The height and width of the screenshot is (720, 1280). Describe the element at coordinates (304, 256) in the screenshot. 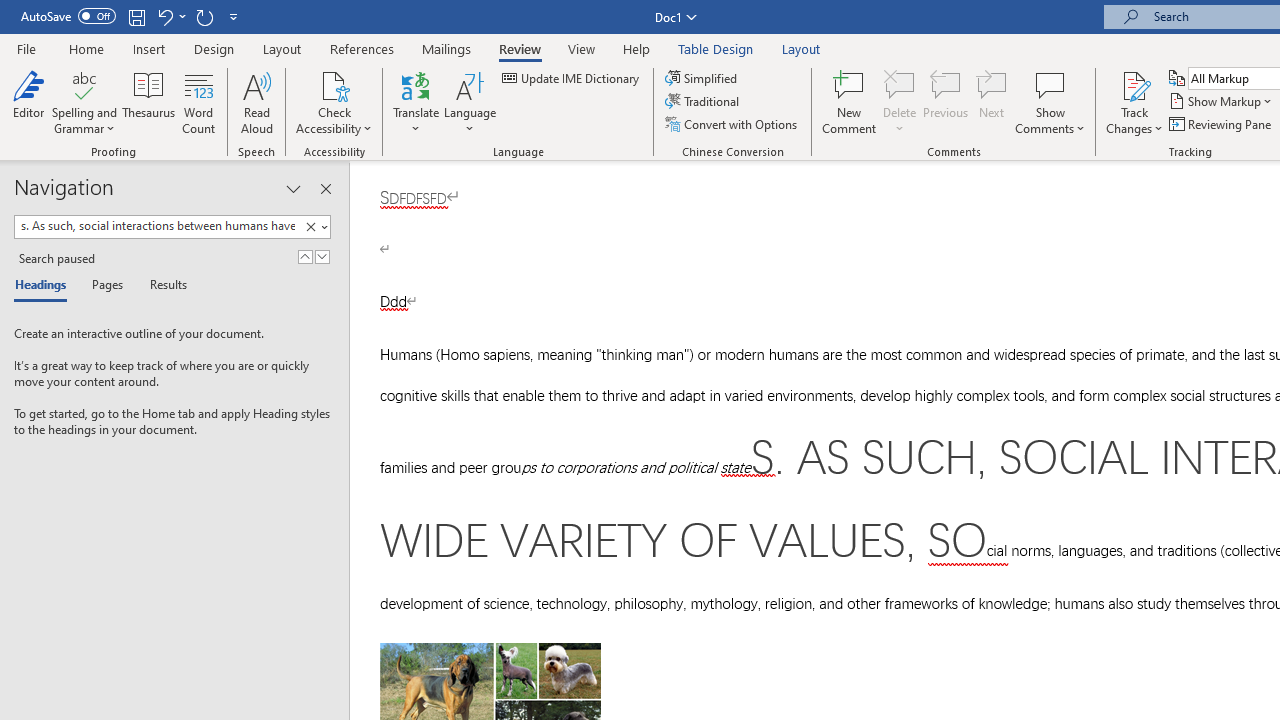

I see `'Previous Result'` at that location.